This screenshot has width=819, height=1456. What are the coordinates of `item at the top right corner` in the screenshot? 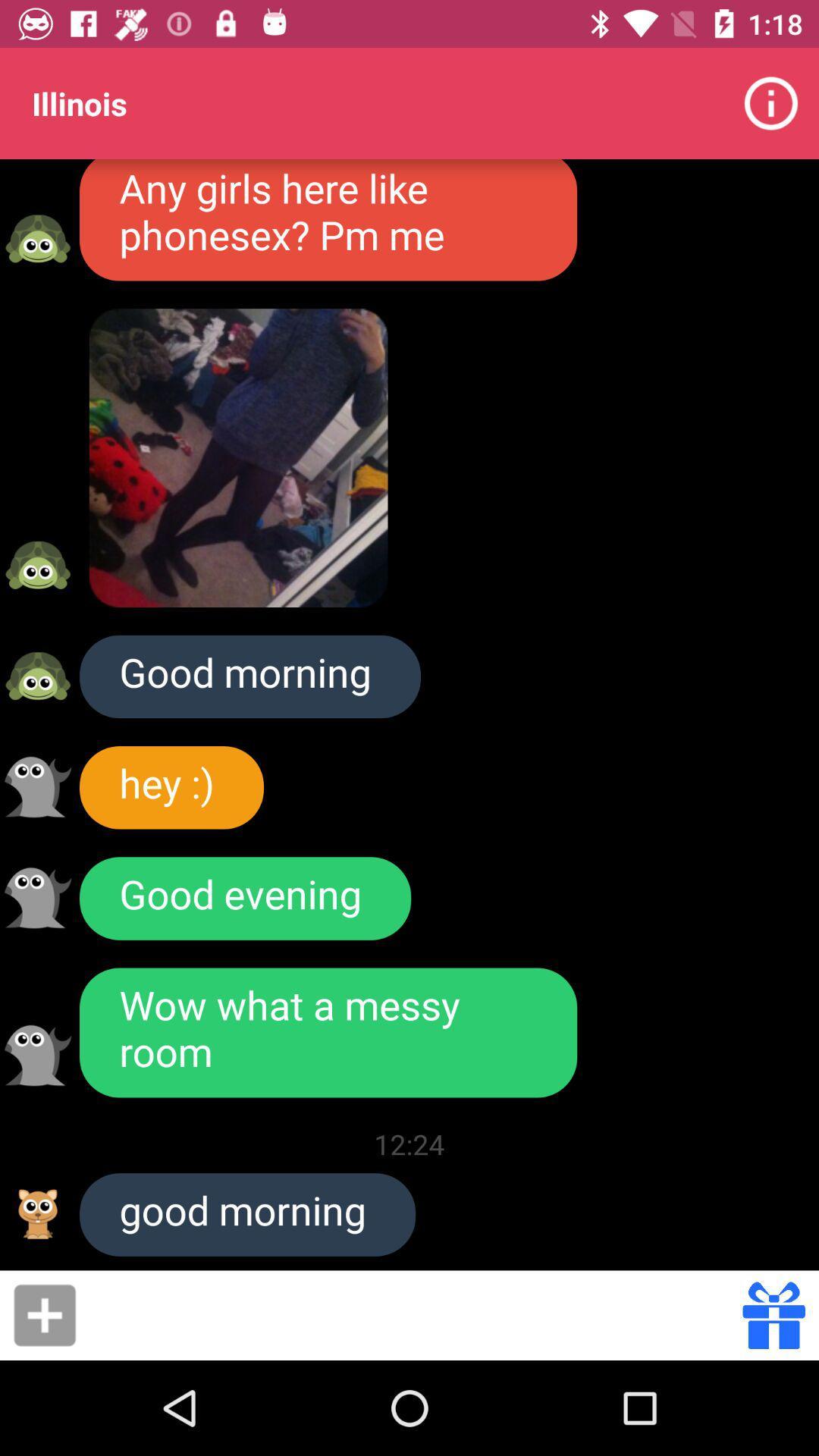 It's located at (771, 102).